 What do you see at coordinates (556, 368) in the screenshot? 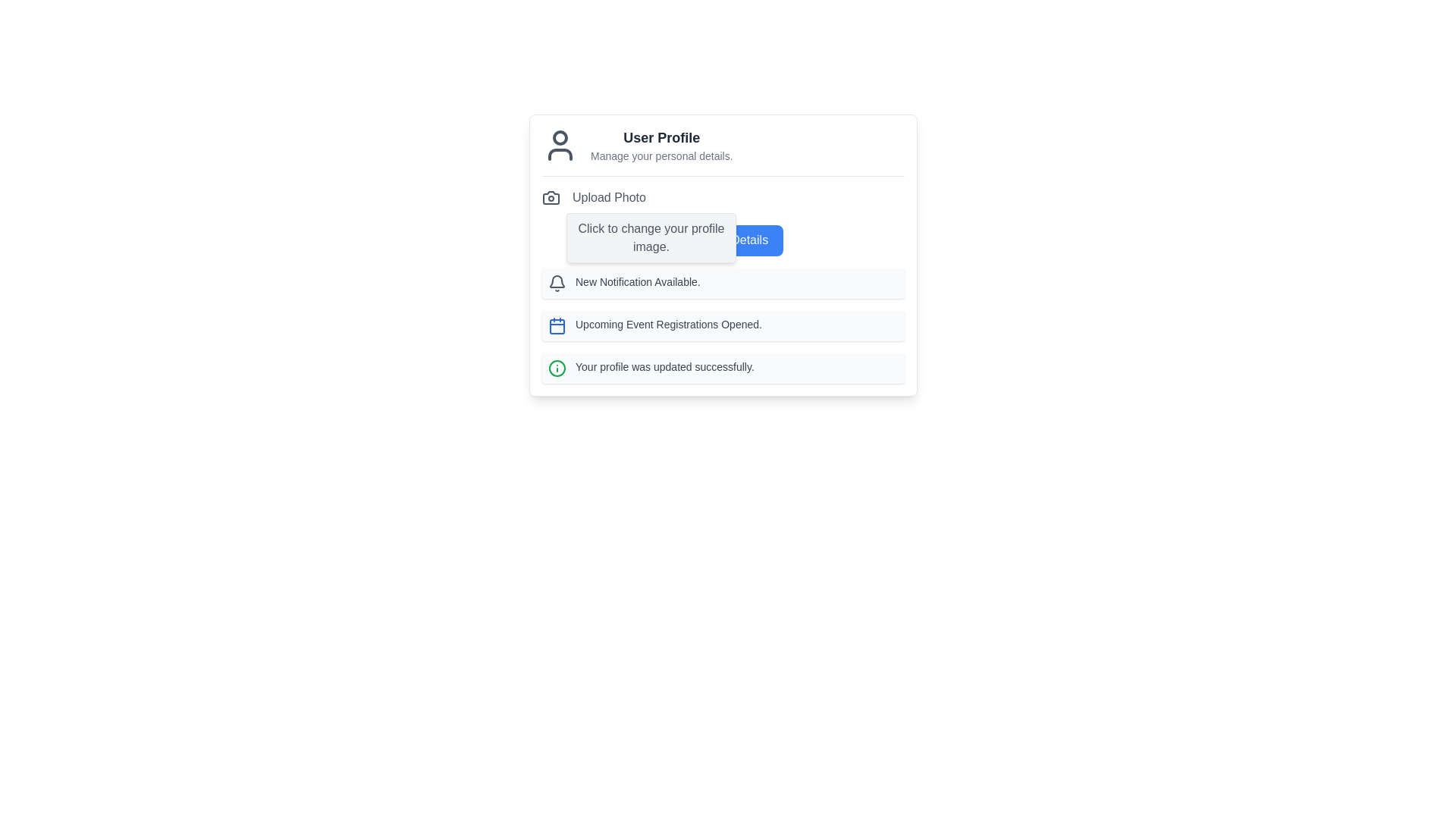
I see `the circular green outlined icon with an i-symbol, located to the left of the text 'Your profile was updated successfully.'` at bounding box center [556, 368].